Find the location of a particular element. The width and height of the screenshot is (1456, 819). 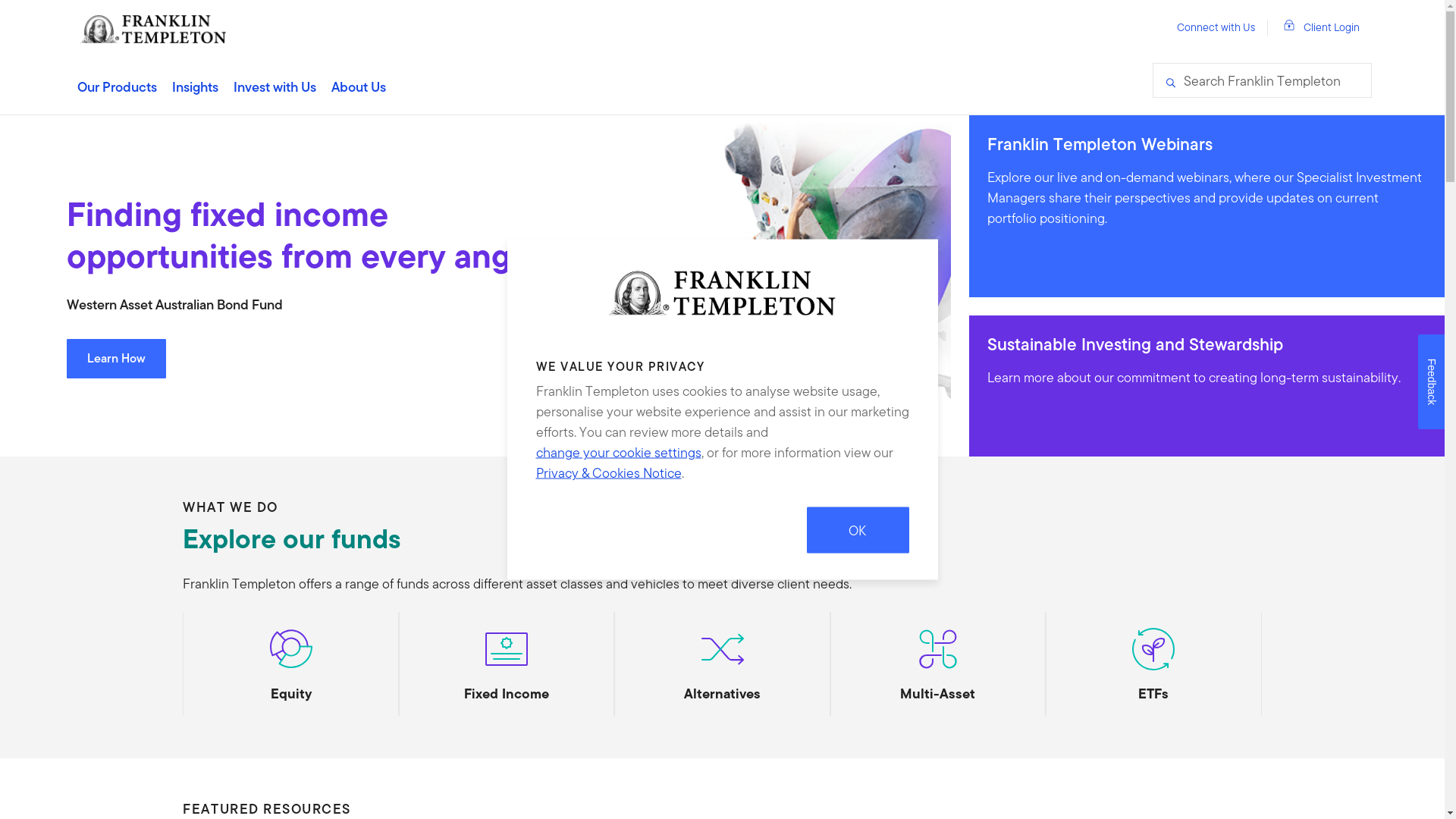

'ETFs' is located at coordinates (1153, 663).